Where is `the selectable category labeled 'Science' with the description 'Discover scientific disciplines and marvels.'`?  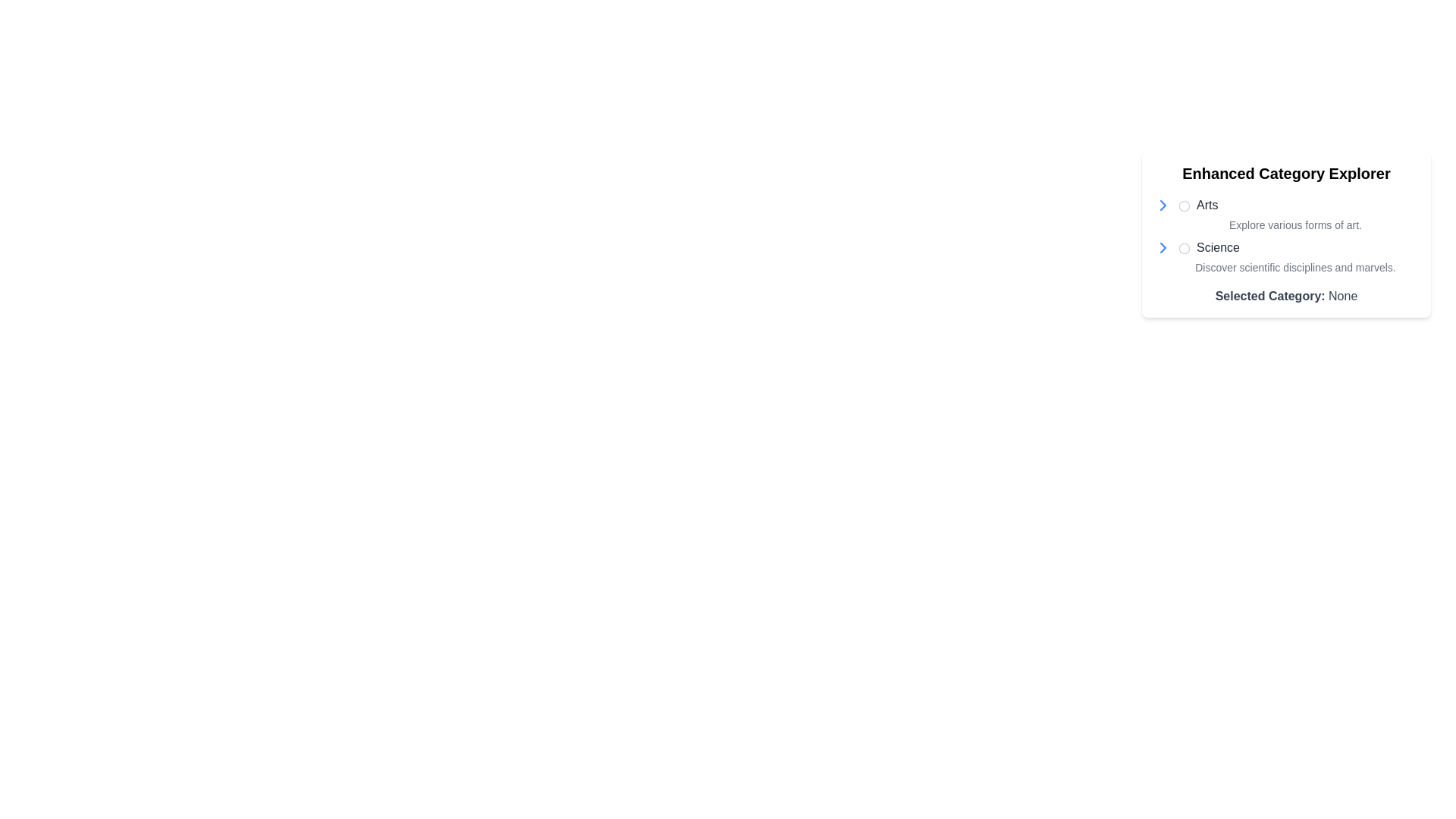 the selectable category labeled 'Science' with the description 'Discover scientific disciplines and marvels.' is located at coordinates (1285, 256).